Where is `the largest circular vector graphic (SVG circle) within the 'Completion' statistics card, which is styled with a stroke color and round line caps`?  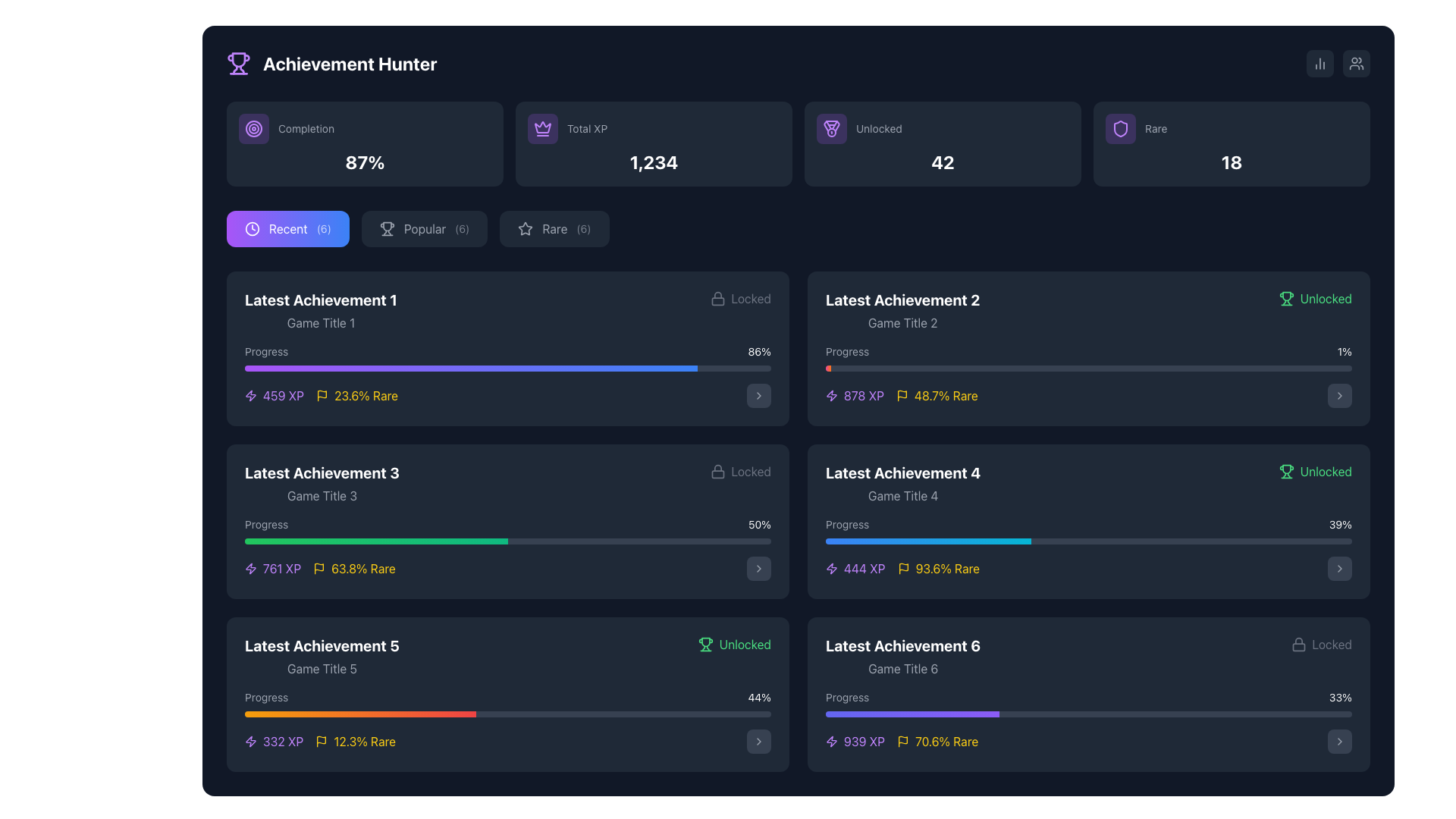 the largest circular vector graphic (SVG circle) within the 'Completion' statistics card, which is styled with a stroke color and round line caps is located at coordinates (254, 127).